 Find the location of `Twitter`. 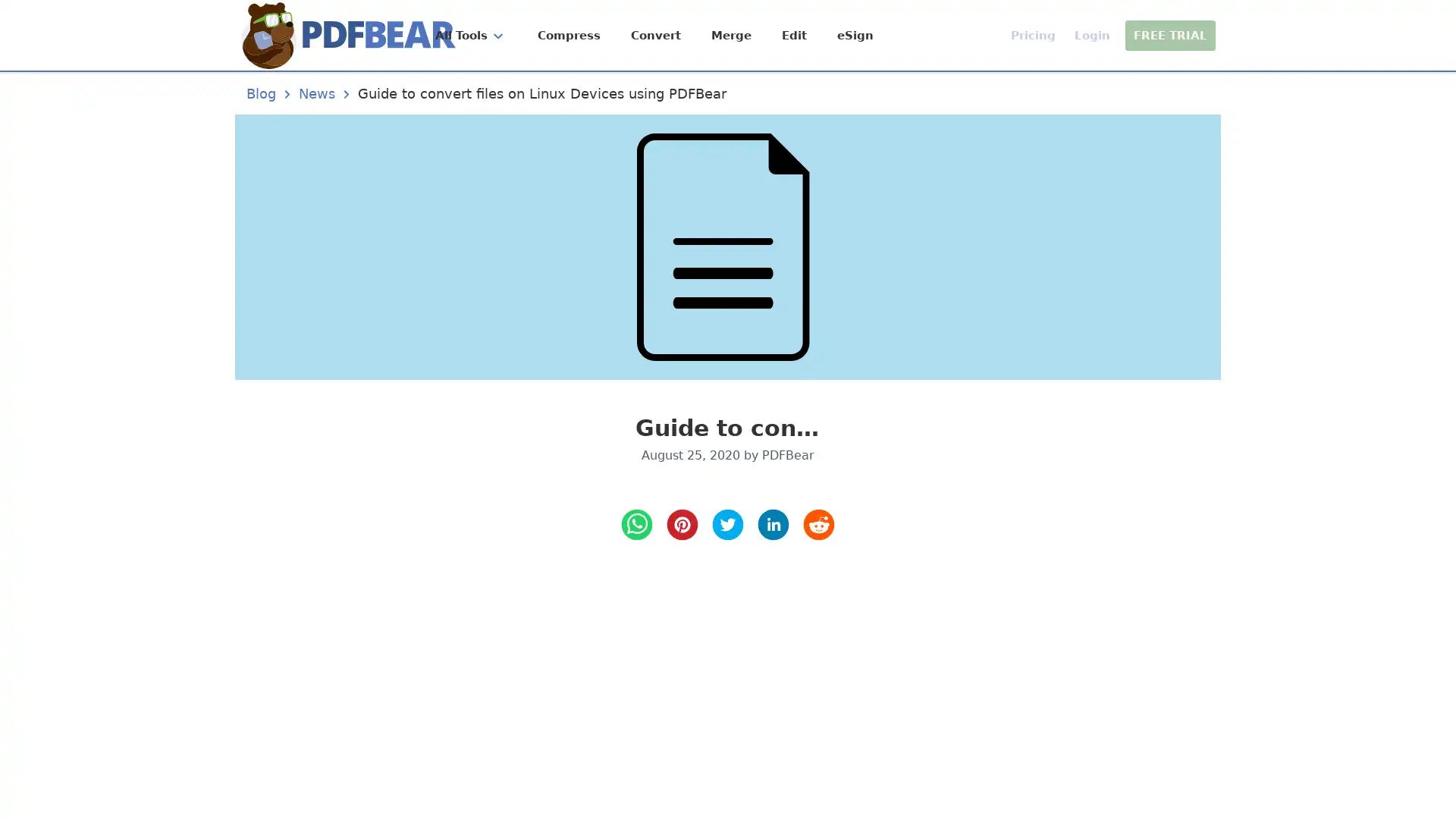

Twitter is located at coordinates (728, 523).